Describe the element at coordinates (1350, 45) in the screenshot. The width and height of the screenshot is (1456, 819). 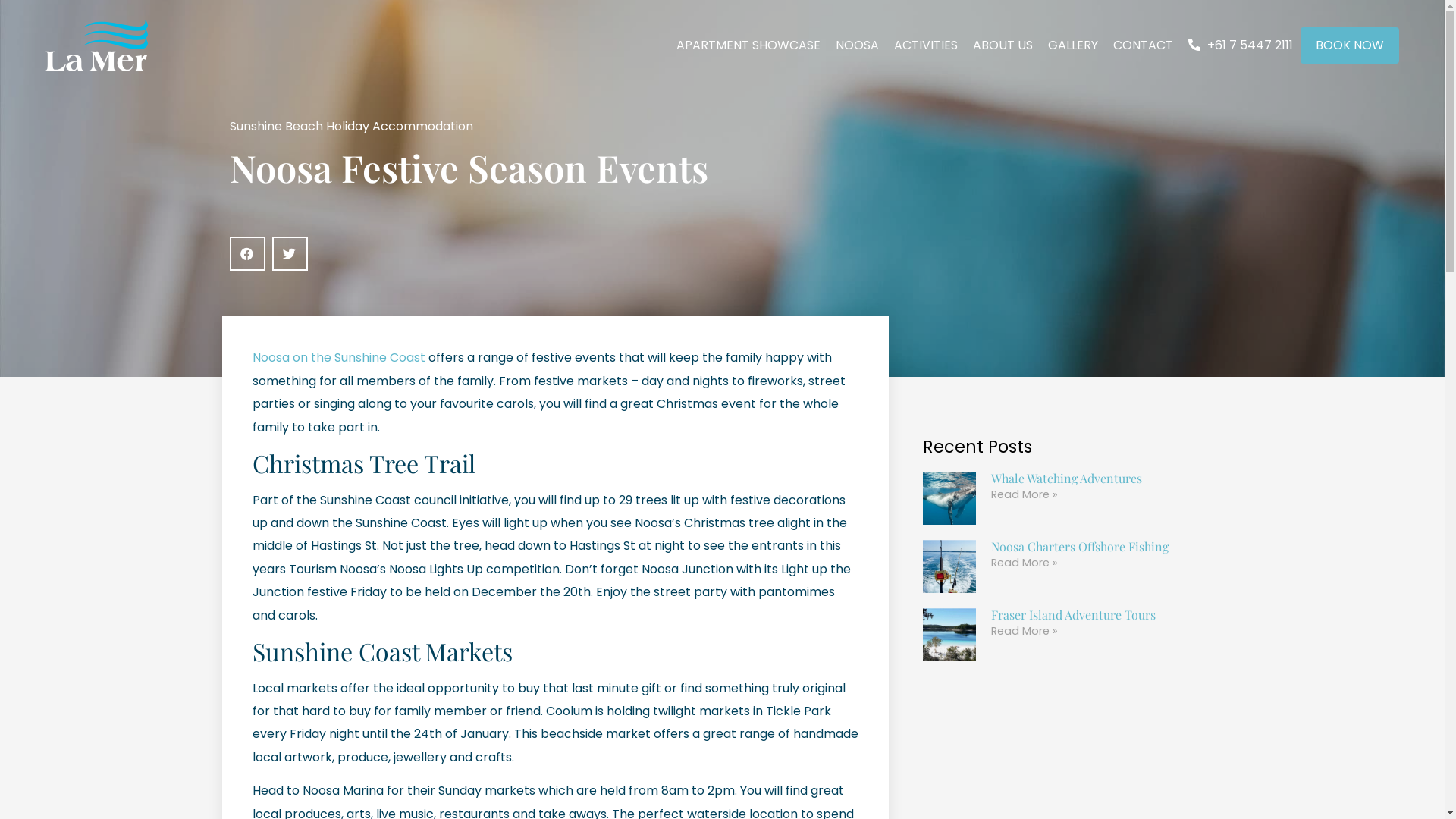
I see `'BOOK NOW'` at that location.